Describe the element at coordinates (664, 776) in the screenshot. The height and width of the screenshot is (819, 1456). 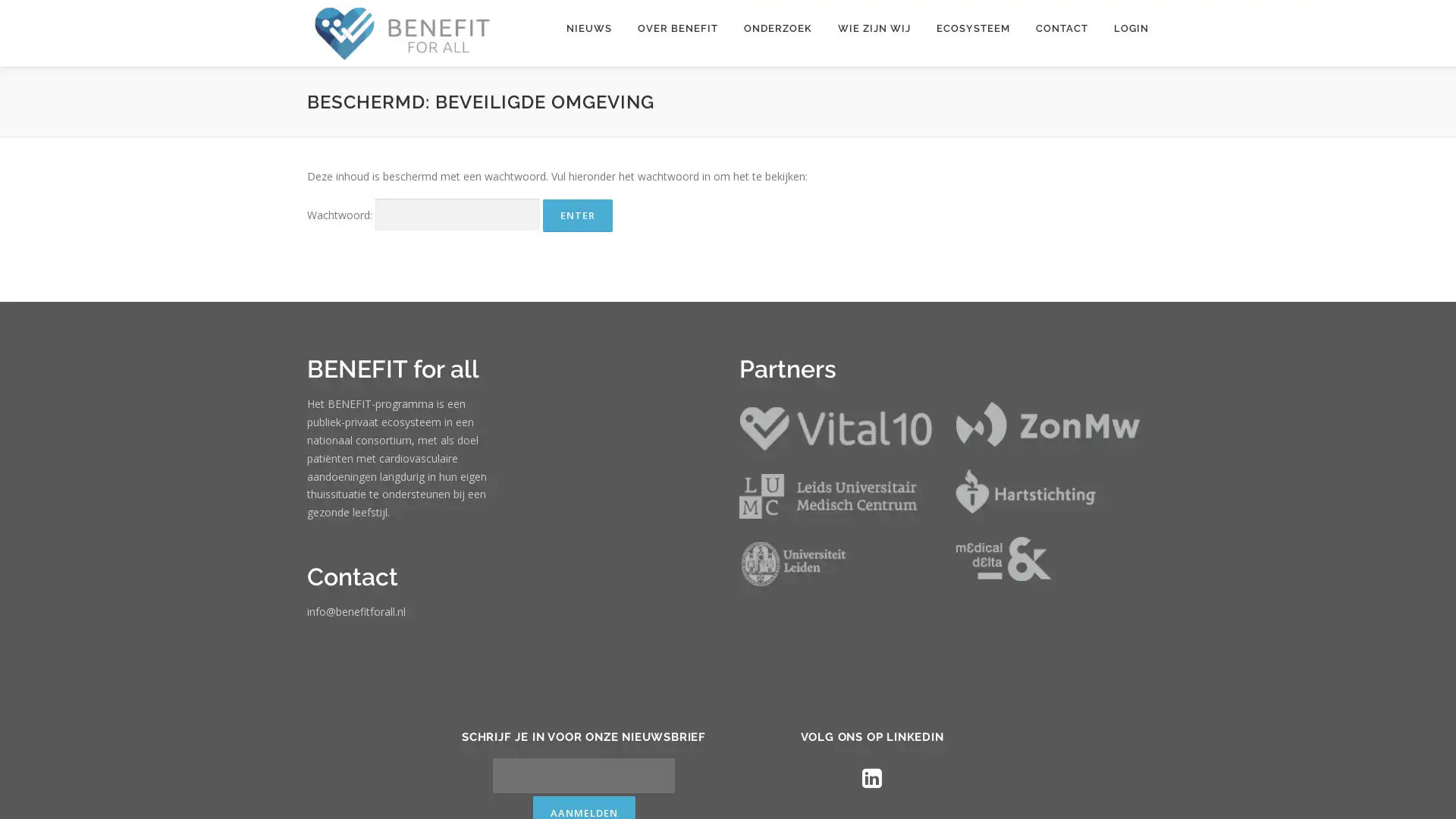
I see `Aanmelden` at that location.